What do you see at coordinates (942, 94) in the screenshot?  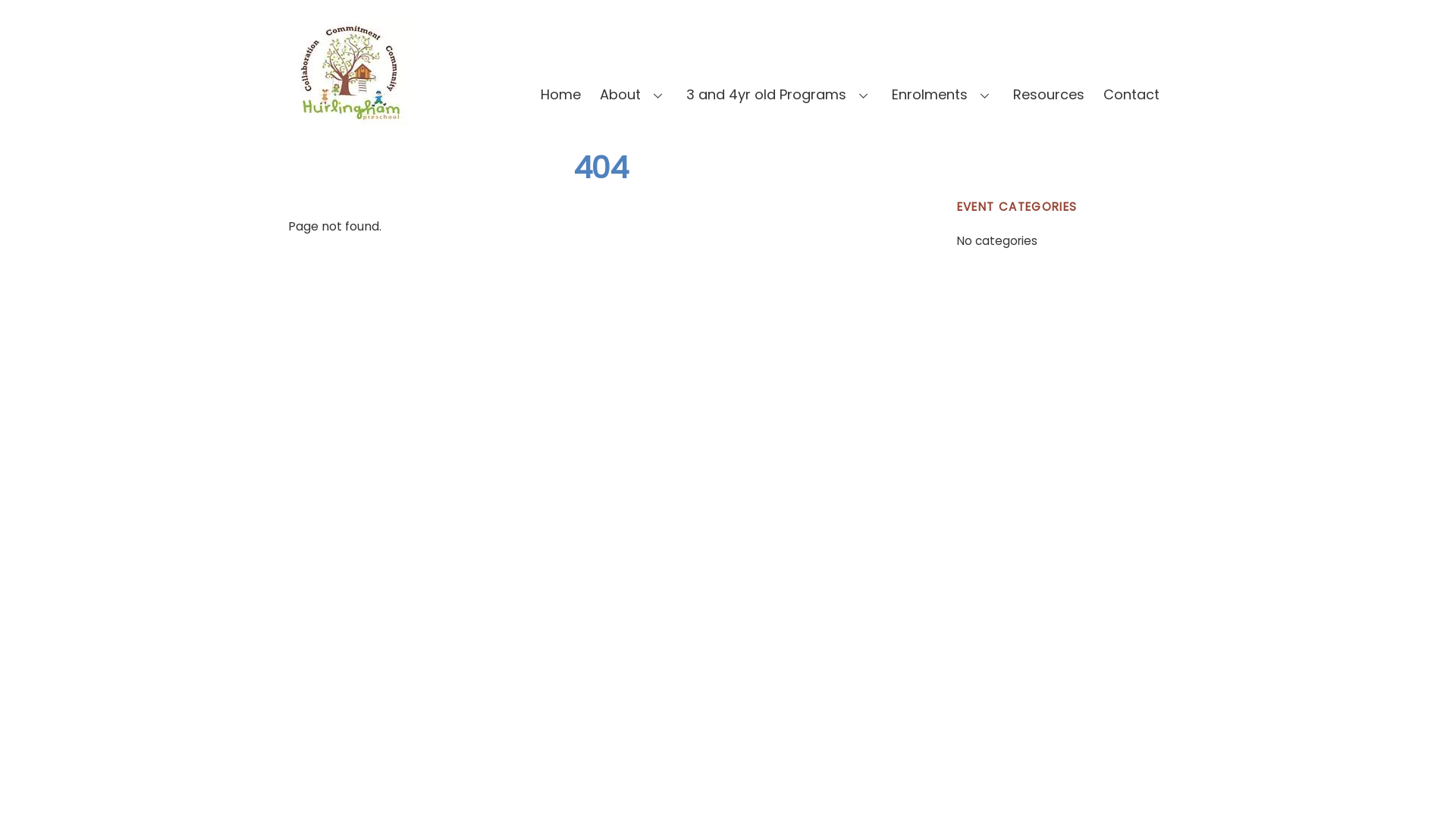 I see `'Enrolments'` at bounding box center [942, 94].